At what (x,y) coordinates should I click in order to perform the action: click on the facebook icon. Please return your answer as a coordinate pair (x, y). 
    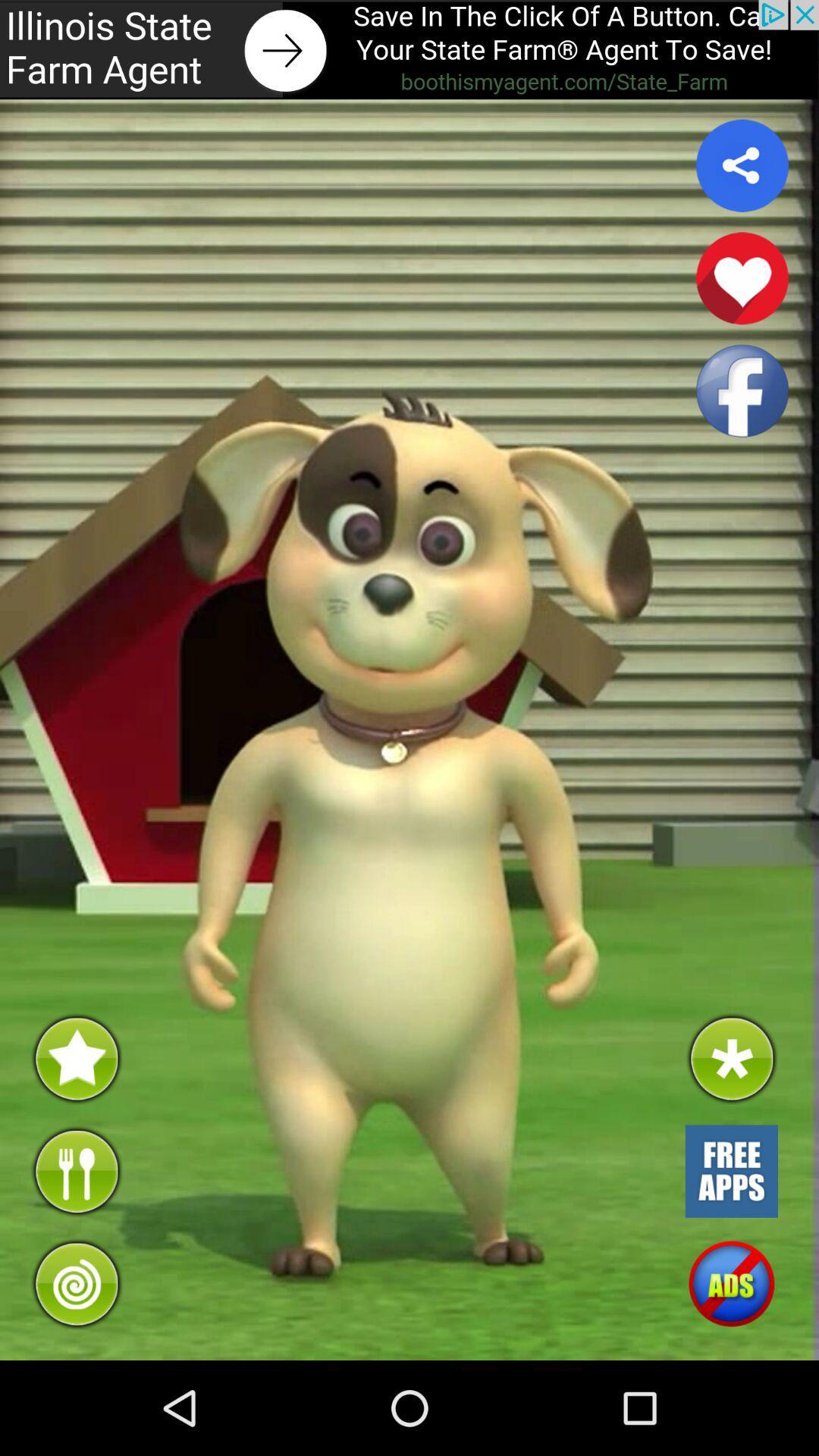
    Looking at the image, I should click on (742, 418).